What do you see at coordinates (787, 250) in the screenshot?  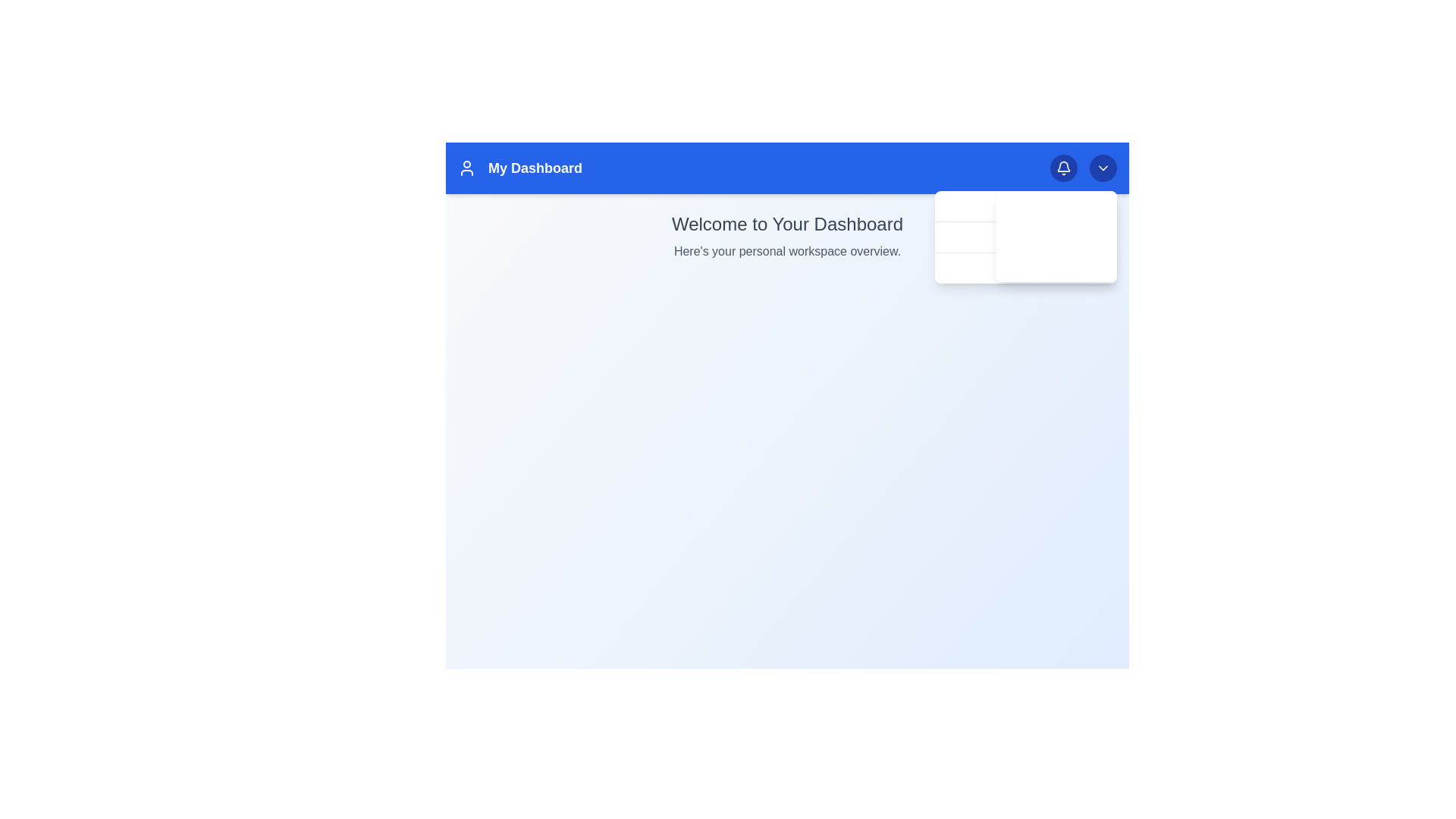 I see `the introductory text located below the 'Welcome to Your Dashboard' heading` at bounding box center [787, 250].